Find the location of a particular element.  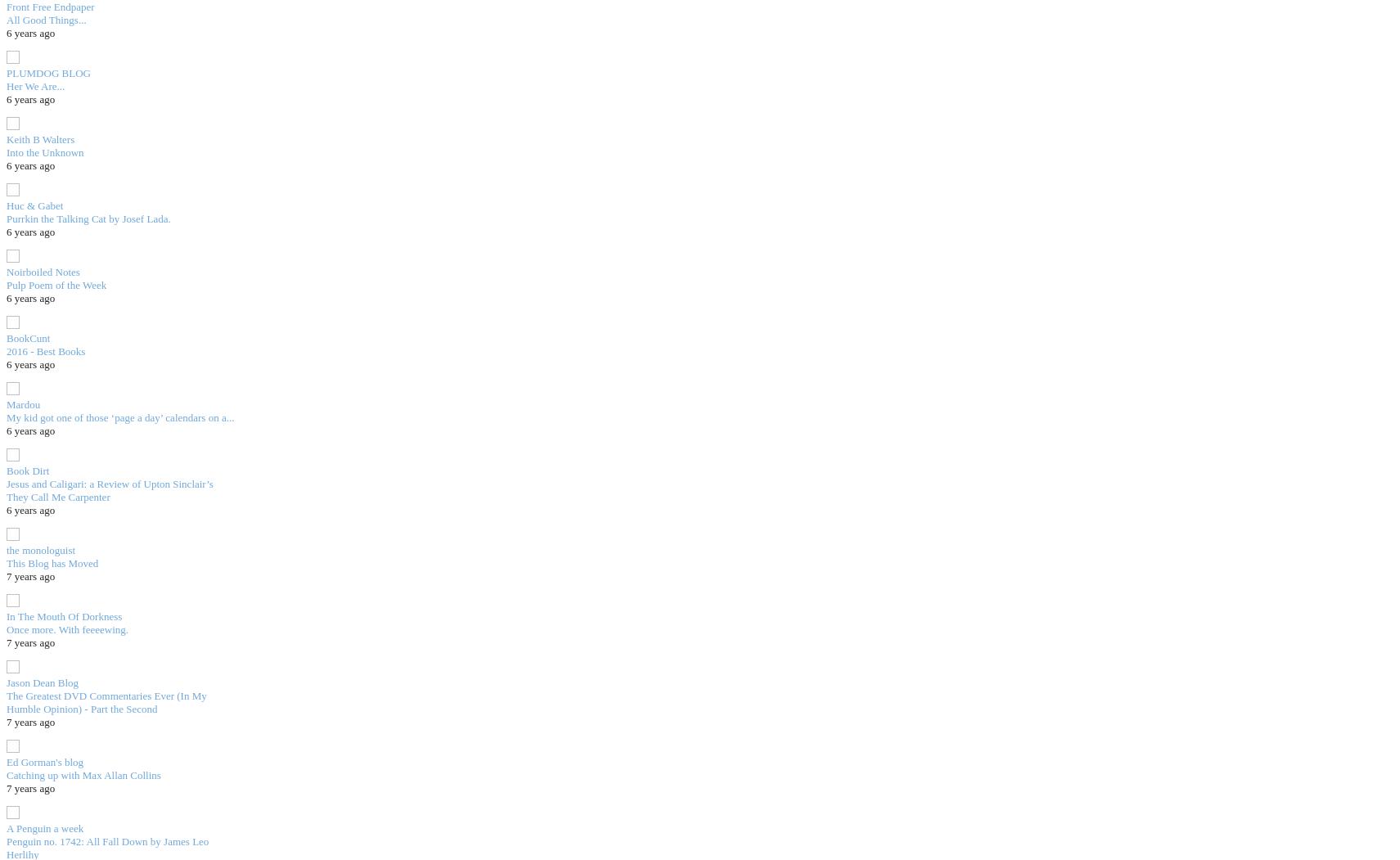

'Book Dirt' is located at coordinates (27, 470).